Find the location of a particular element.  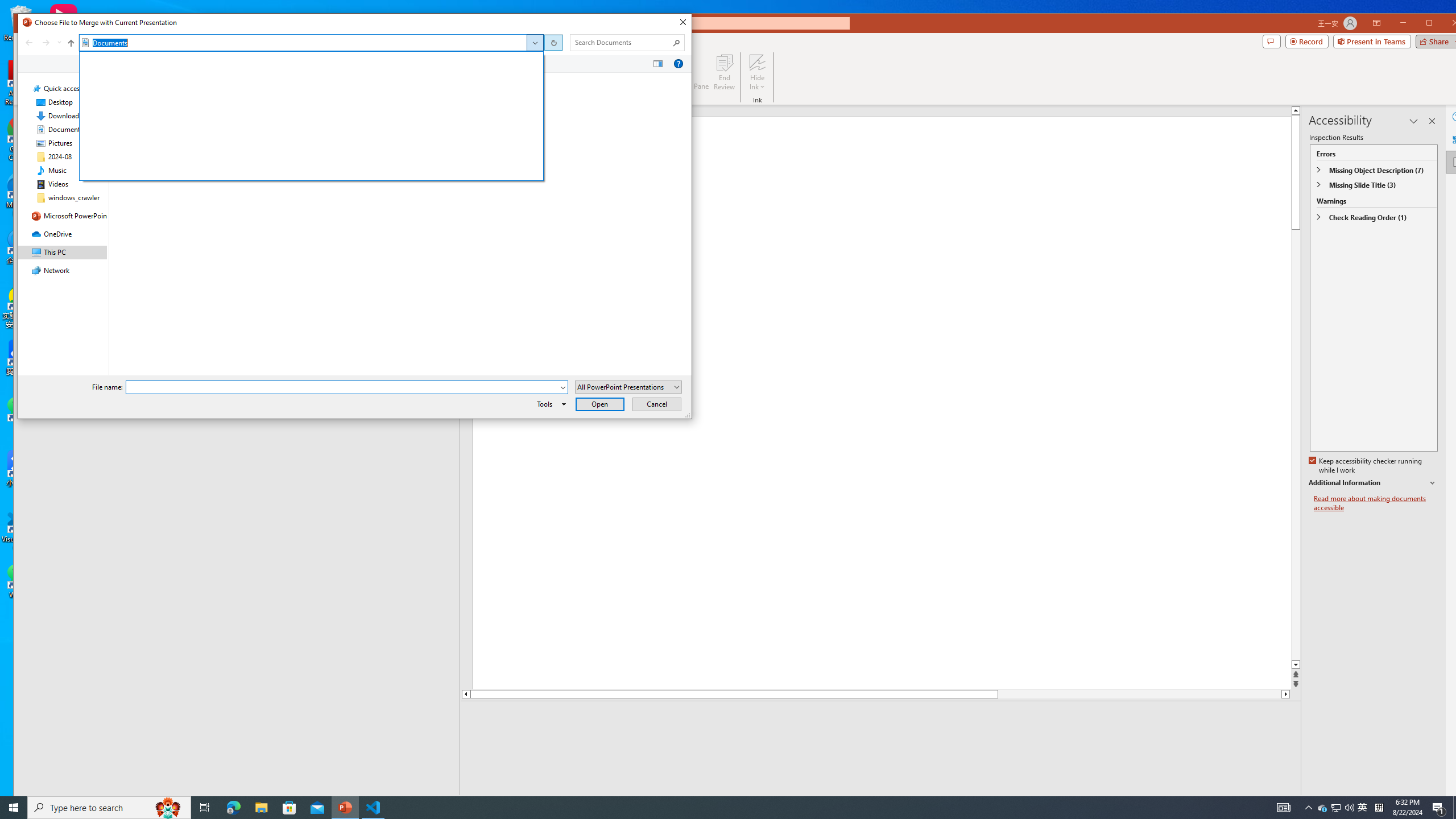

'Address' is located at coordinates (311, 42).